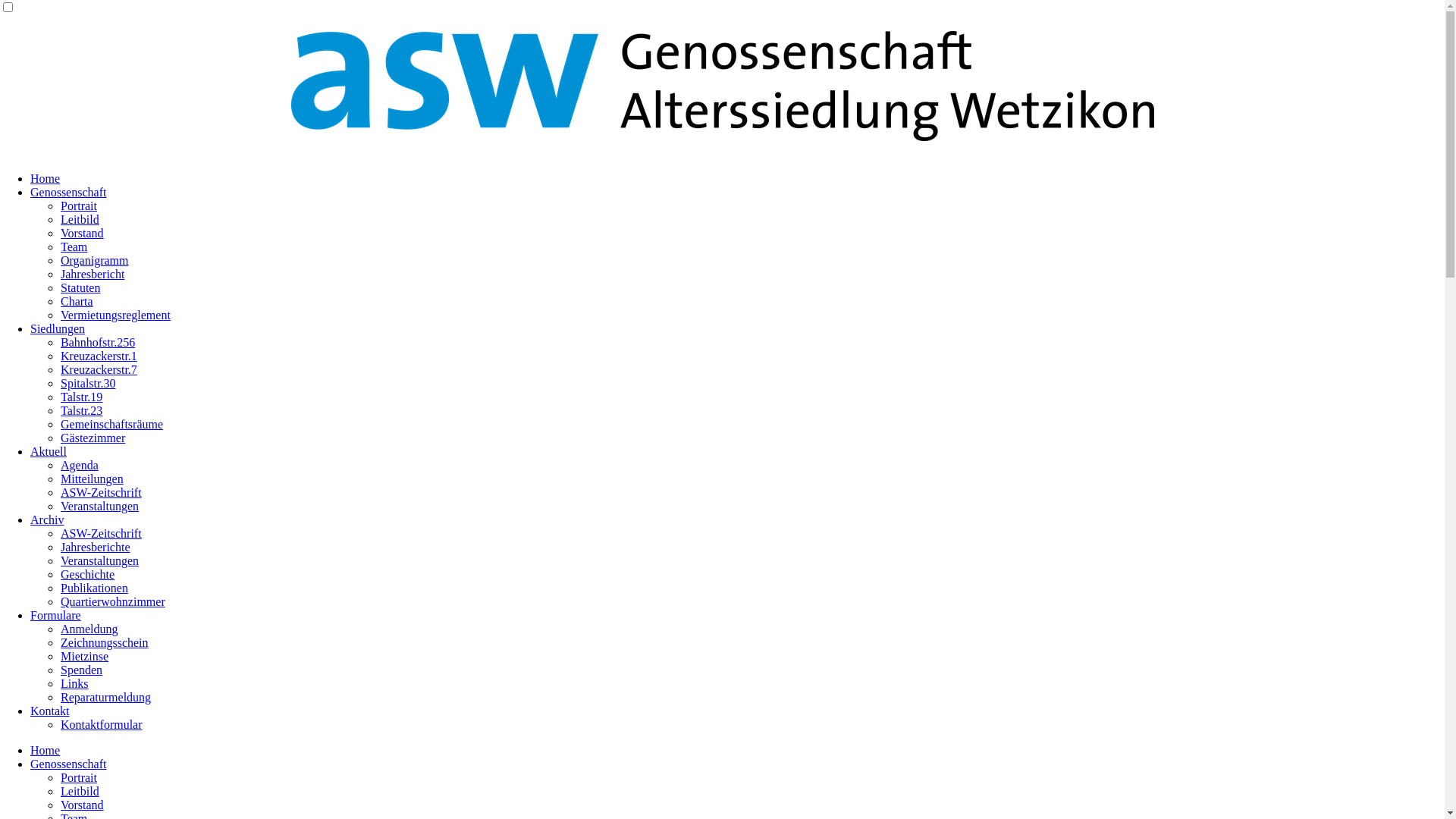  What do you see at coordinates (48, 450) in the screenshot?
I see `'Aktuell'` at bounding box center [48, 450].